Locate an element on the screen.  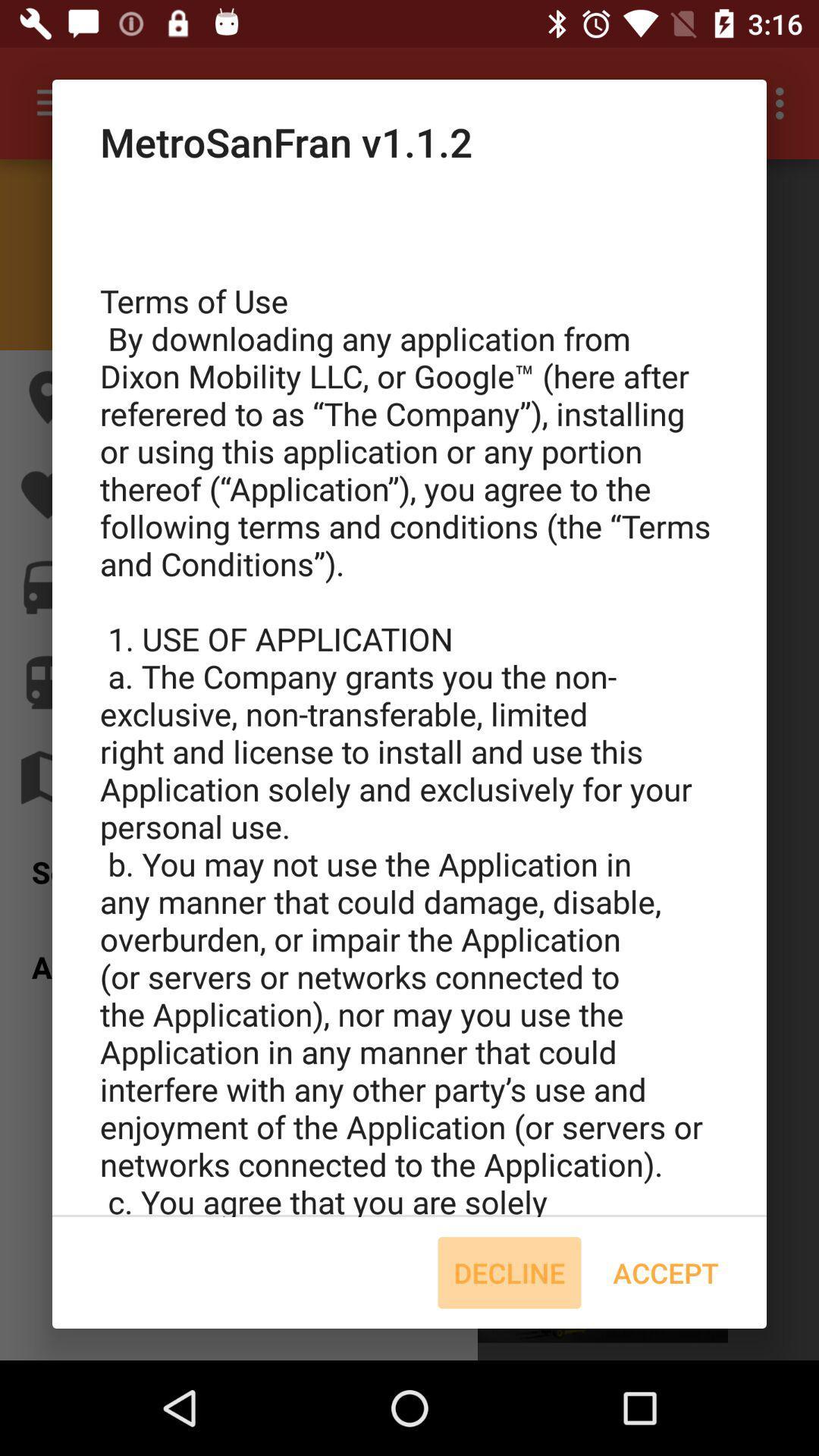
the icon next to the accept is located at coordinates (509, 1272).